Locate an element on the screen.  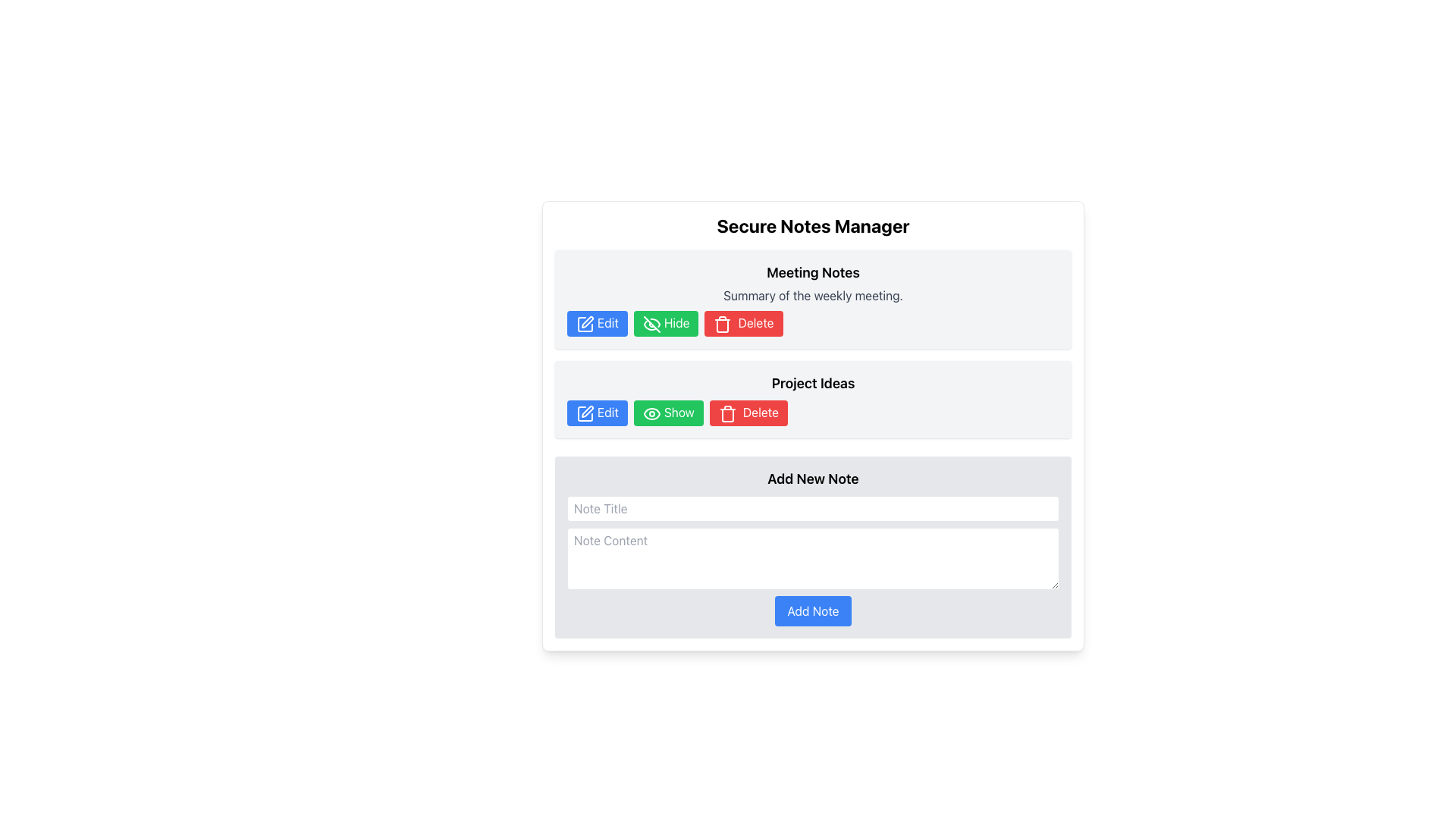
the trash icon within the red 'Delete' button, which is located to the right of the Edit and Hide/Show buttons in the action panel is located at coordinates (726, 413).